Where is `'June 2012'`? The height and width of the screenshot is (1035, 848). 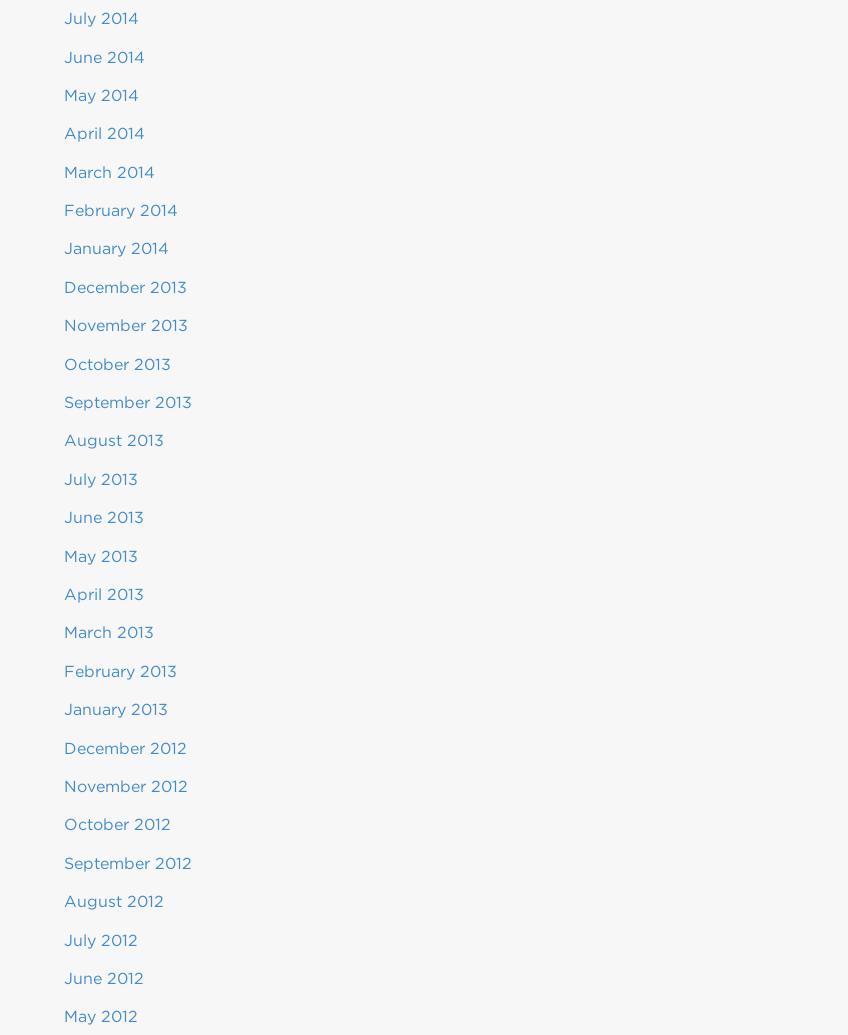
'June 2012' is located at coordinates (103, 976).